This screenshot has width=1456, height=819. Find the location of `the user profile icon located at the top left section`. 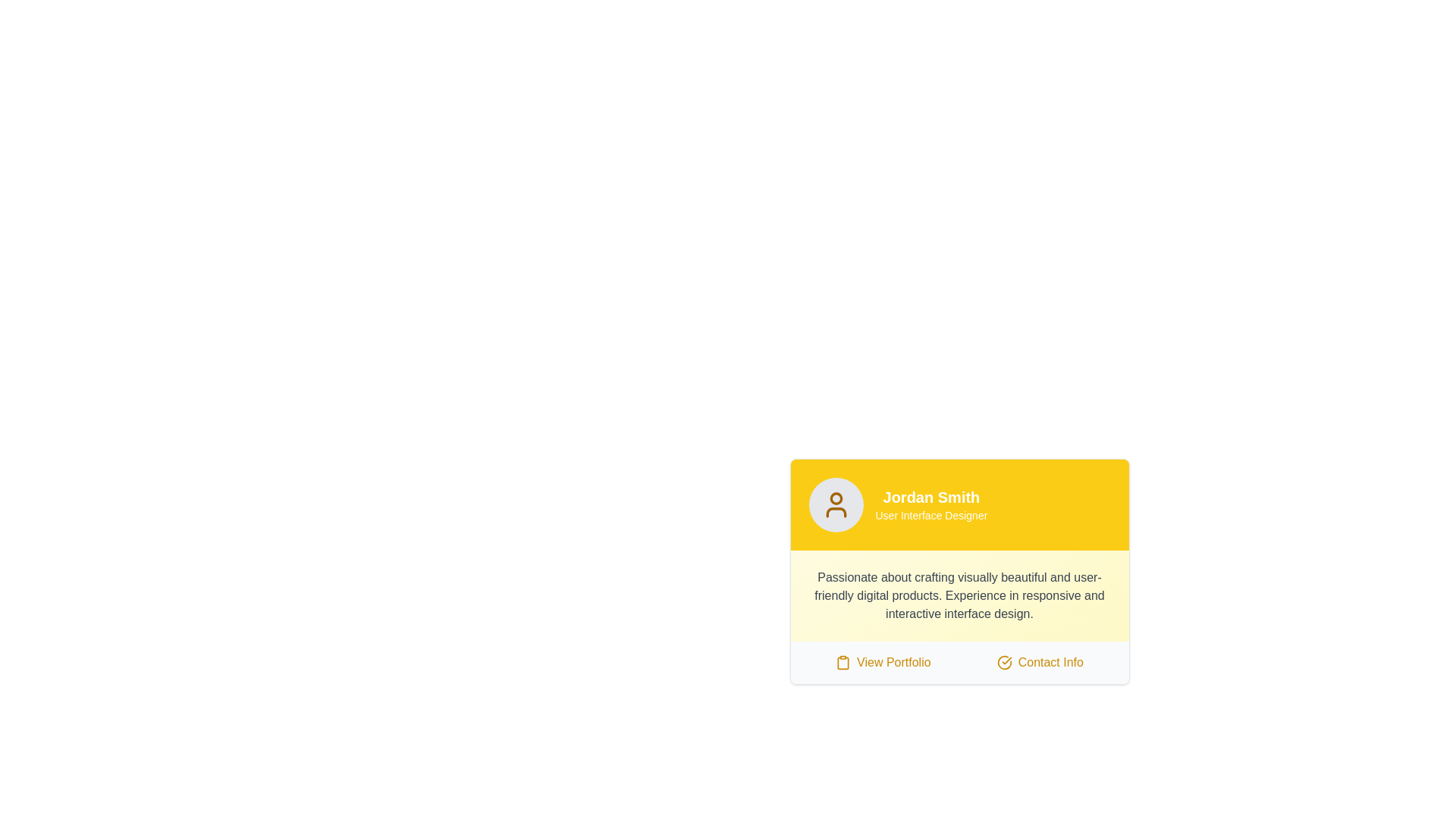

the user profile icon located at the top left section is located at coordinates (835, 505).